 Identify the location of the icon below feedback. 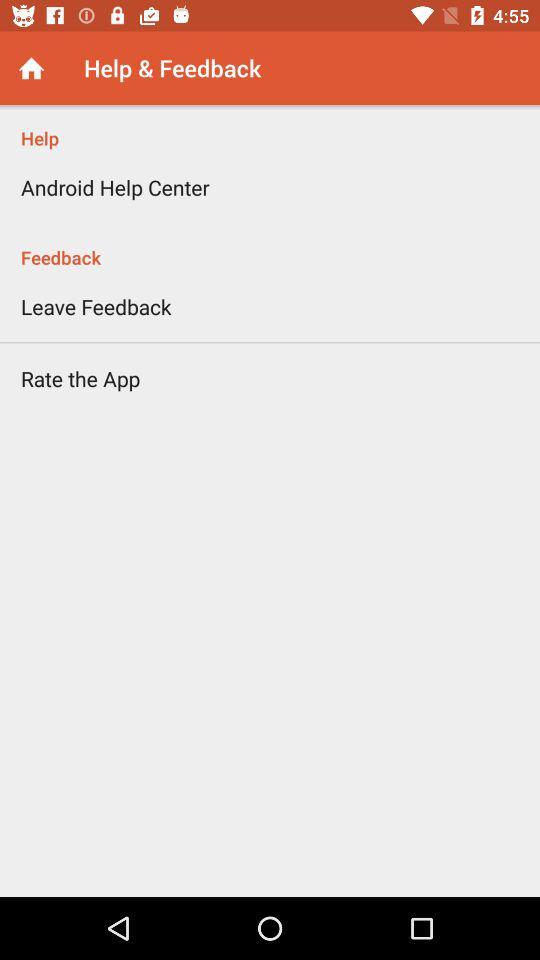
(95, 306).